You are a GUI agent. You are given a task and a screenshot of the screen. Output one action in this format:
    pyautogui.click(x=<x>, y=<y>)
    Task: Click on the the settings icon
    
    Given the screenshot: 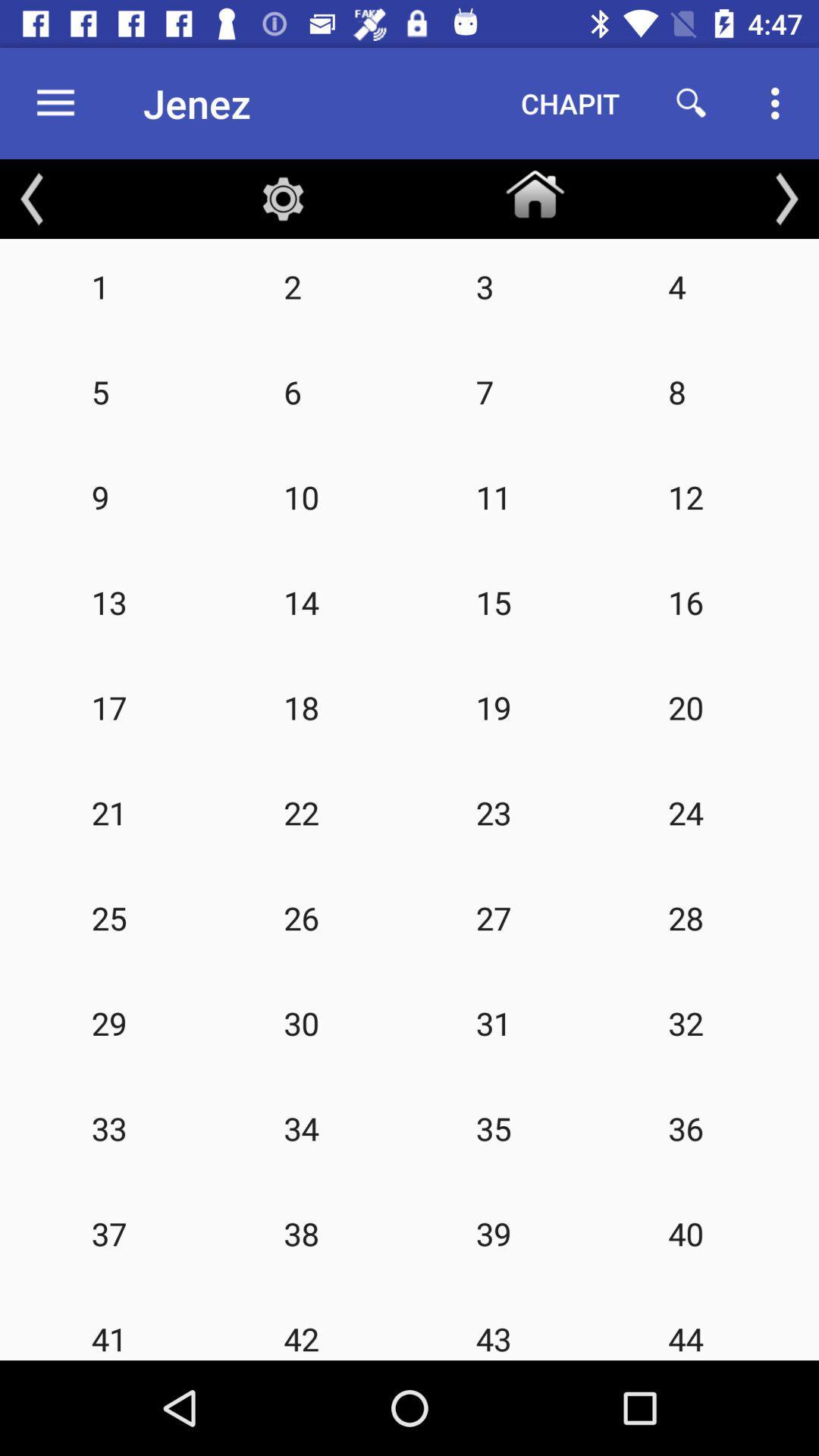 What is the action you would take?
    pyautogui.click(x=283, y=198)
    